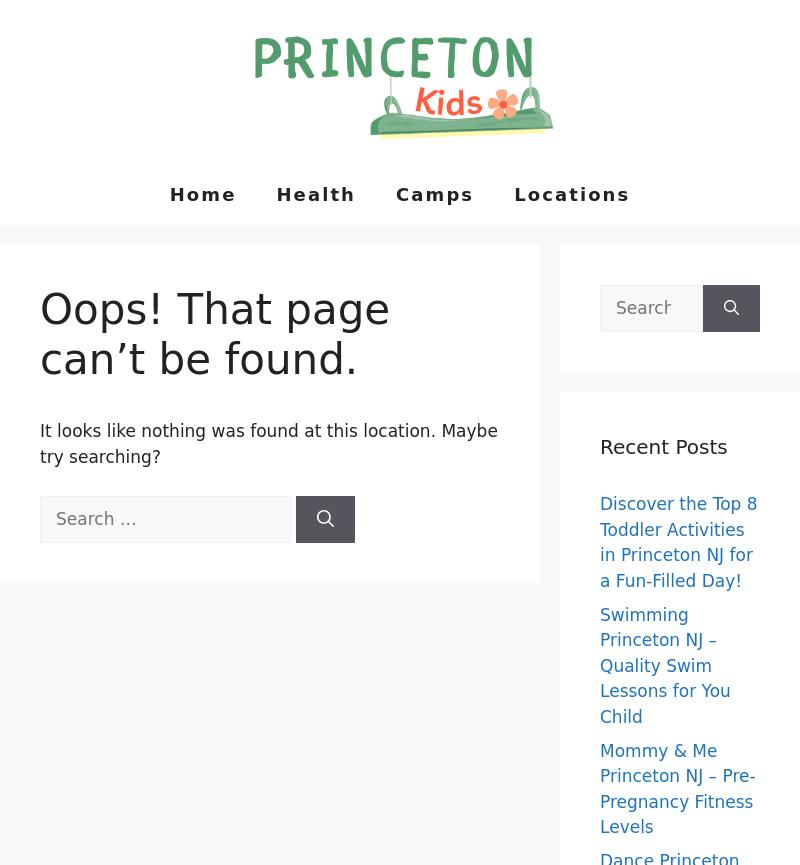  I want to click on 'Home', so click(202, 192).